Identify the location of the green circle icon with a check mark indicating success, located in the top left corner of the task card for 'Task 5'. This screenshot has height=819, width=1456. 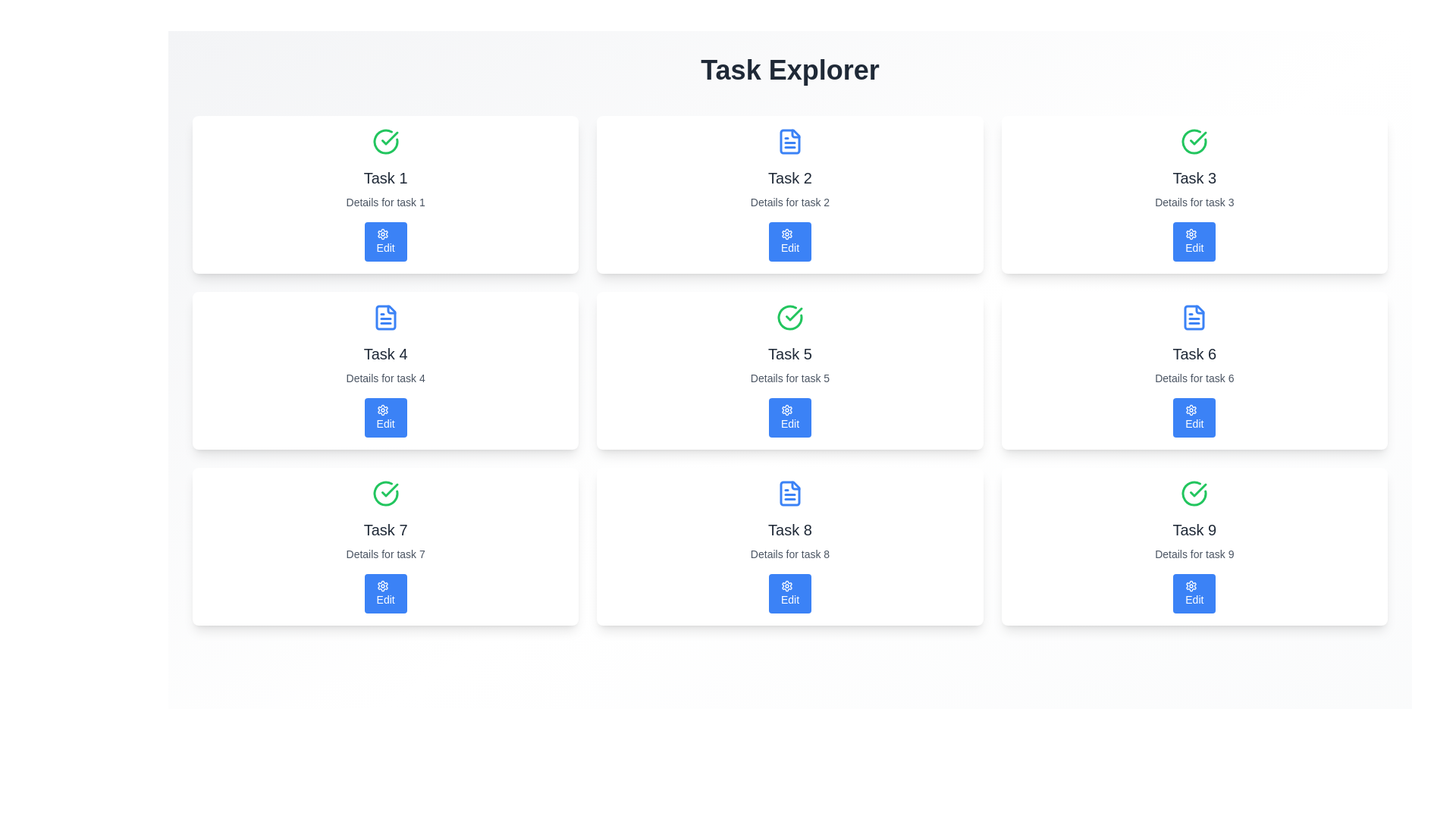
(789, 317).